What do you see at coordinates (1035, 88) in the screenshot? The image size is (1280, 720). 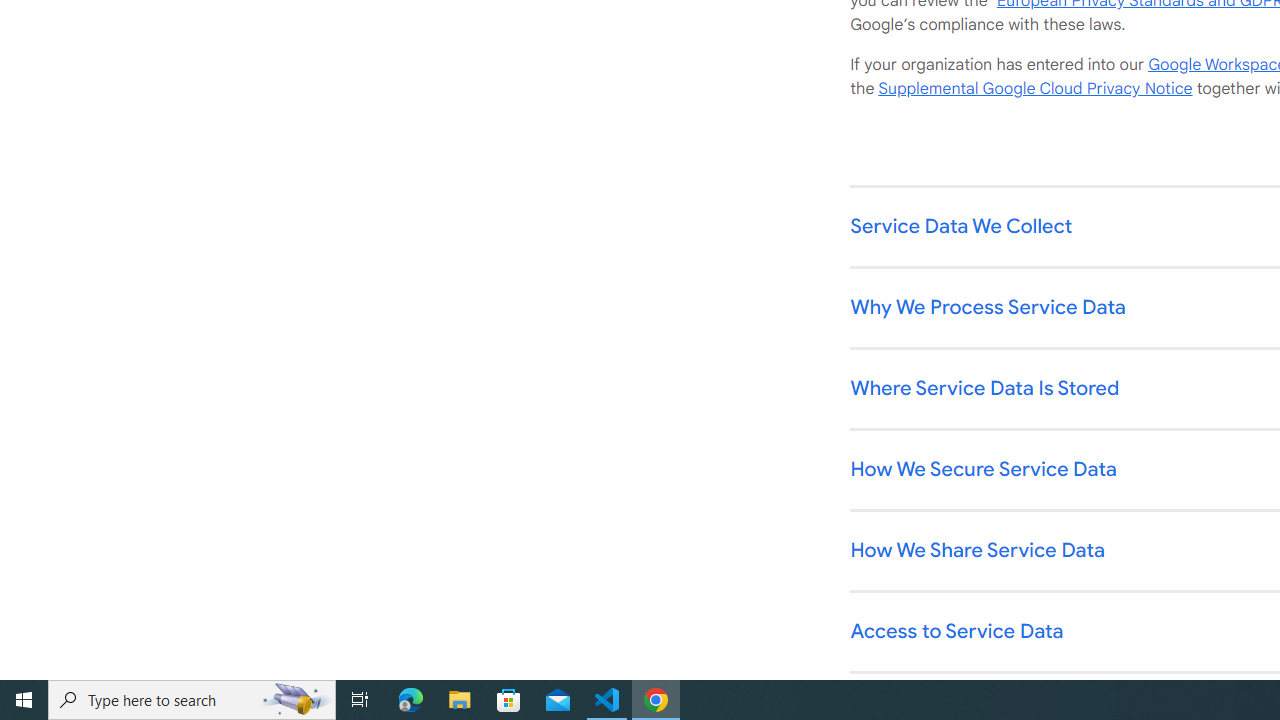 I see `'Supplemental Google Cloud Privacy Notice'` at bounding box center [1035, 88].